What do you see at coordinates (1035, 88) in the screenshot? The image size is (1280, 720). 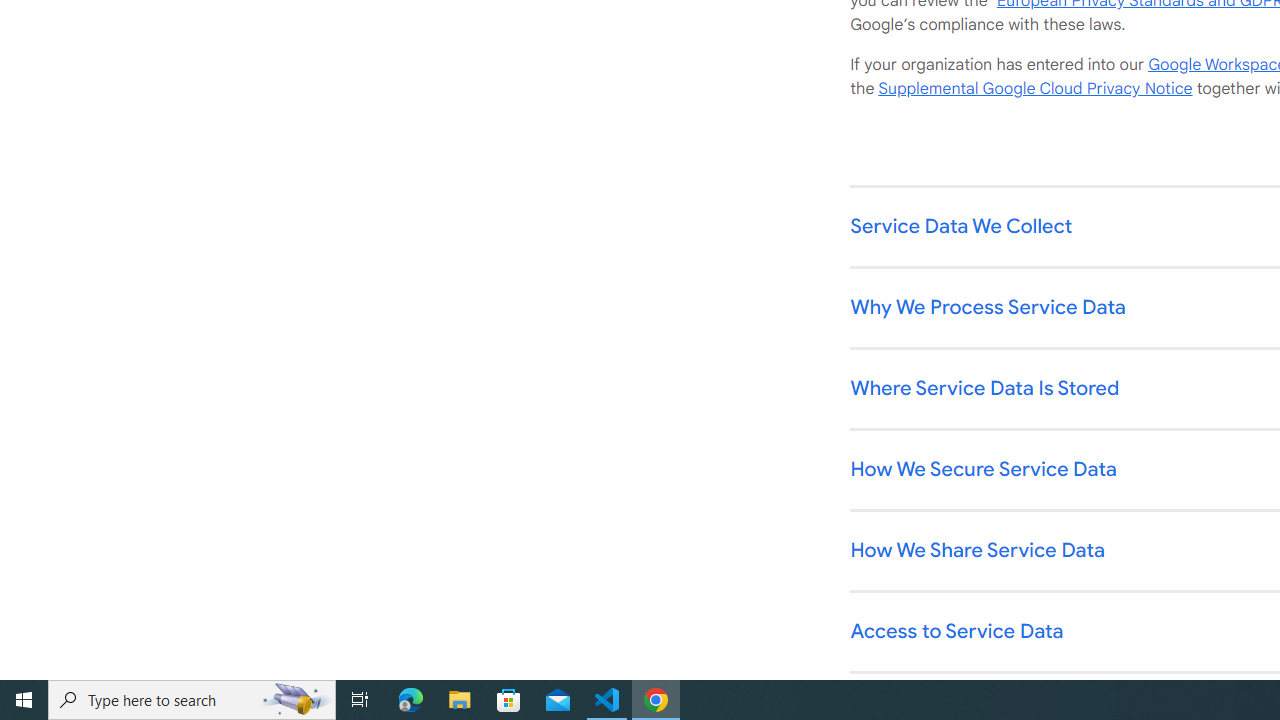 I see `'Supplemental Google Cloud Privacy Notice'` at bounding box center [1035, 88].